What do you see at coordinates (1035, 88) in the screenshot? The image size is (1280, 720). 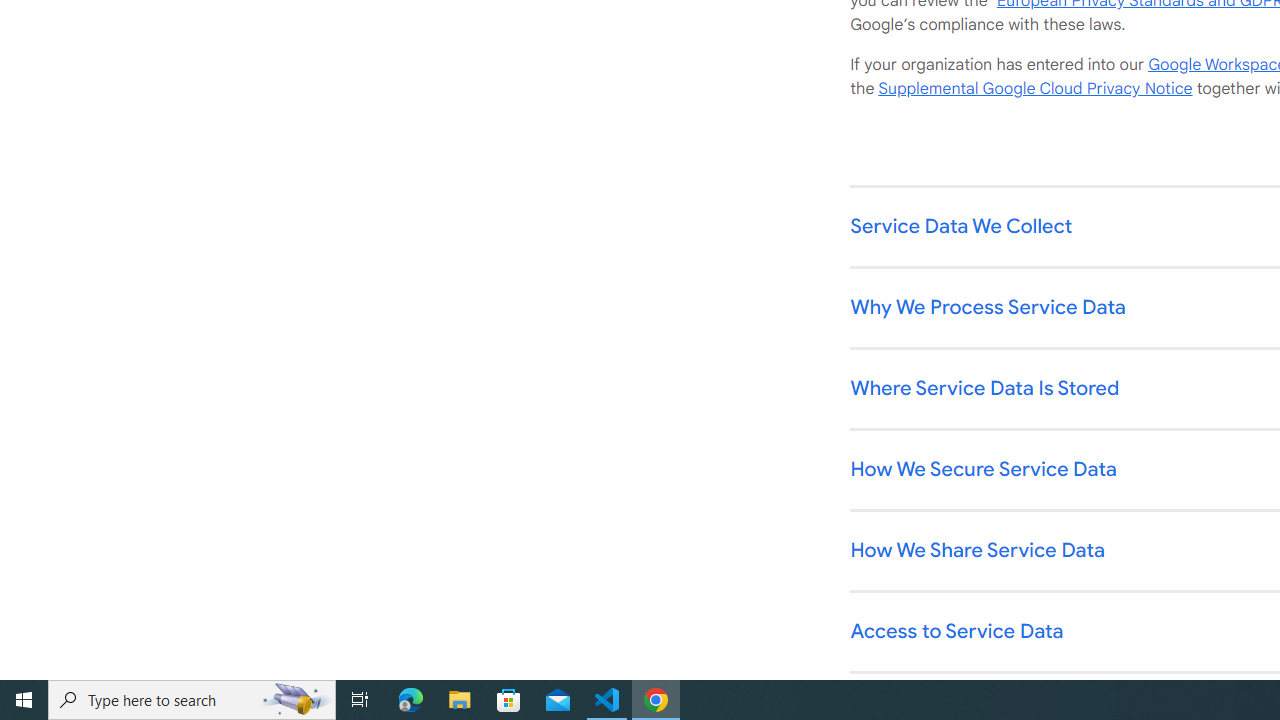 I see `'Supplemental Google Cloud Privacy Notice'` at bounding box center [1035, 88].